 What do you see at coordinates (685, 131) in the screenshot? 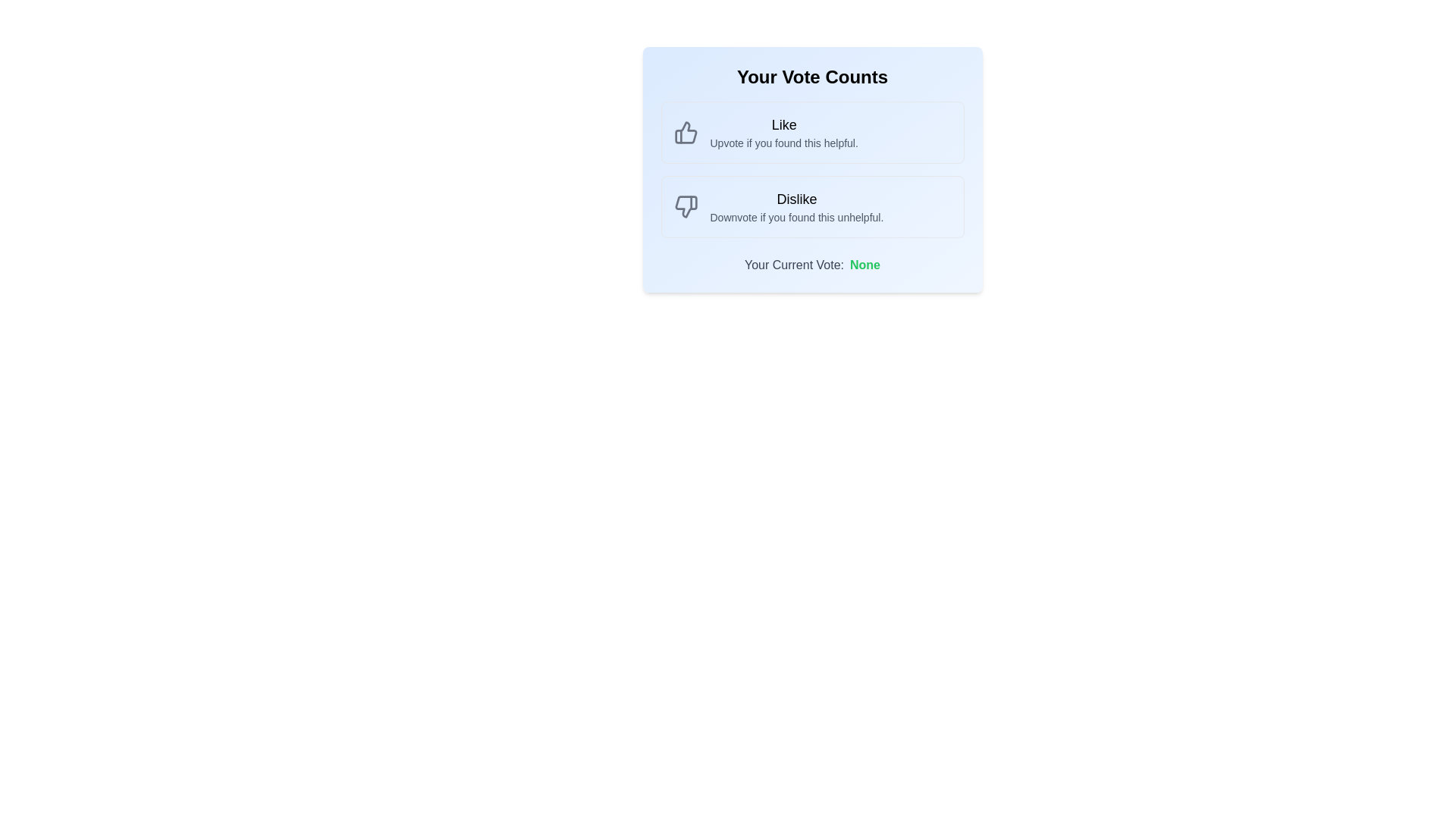
I see `the like/upvote icon located in the 'Your Vote Counts' panel, positioned to the left of the text 'Like Upvote if you found this helpful'` at bounding box center [685, 131].